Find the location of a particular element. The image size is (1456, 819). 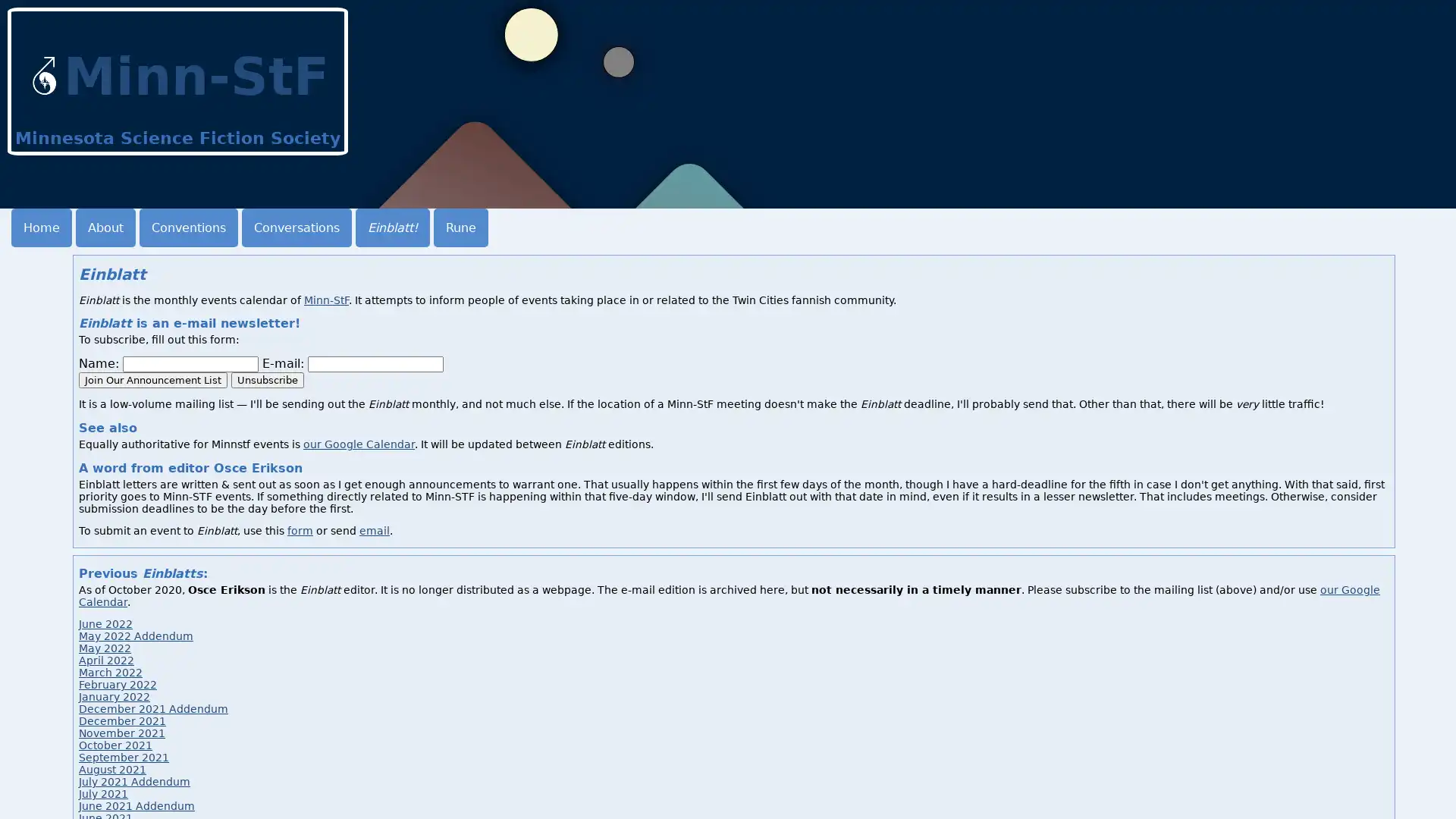

Conventions is located at coordinates (188, 227).